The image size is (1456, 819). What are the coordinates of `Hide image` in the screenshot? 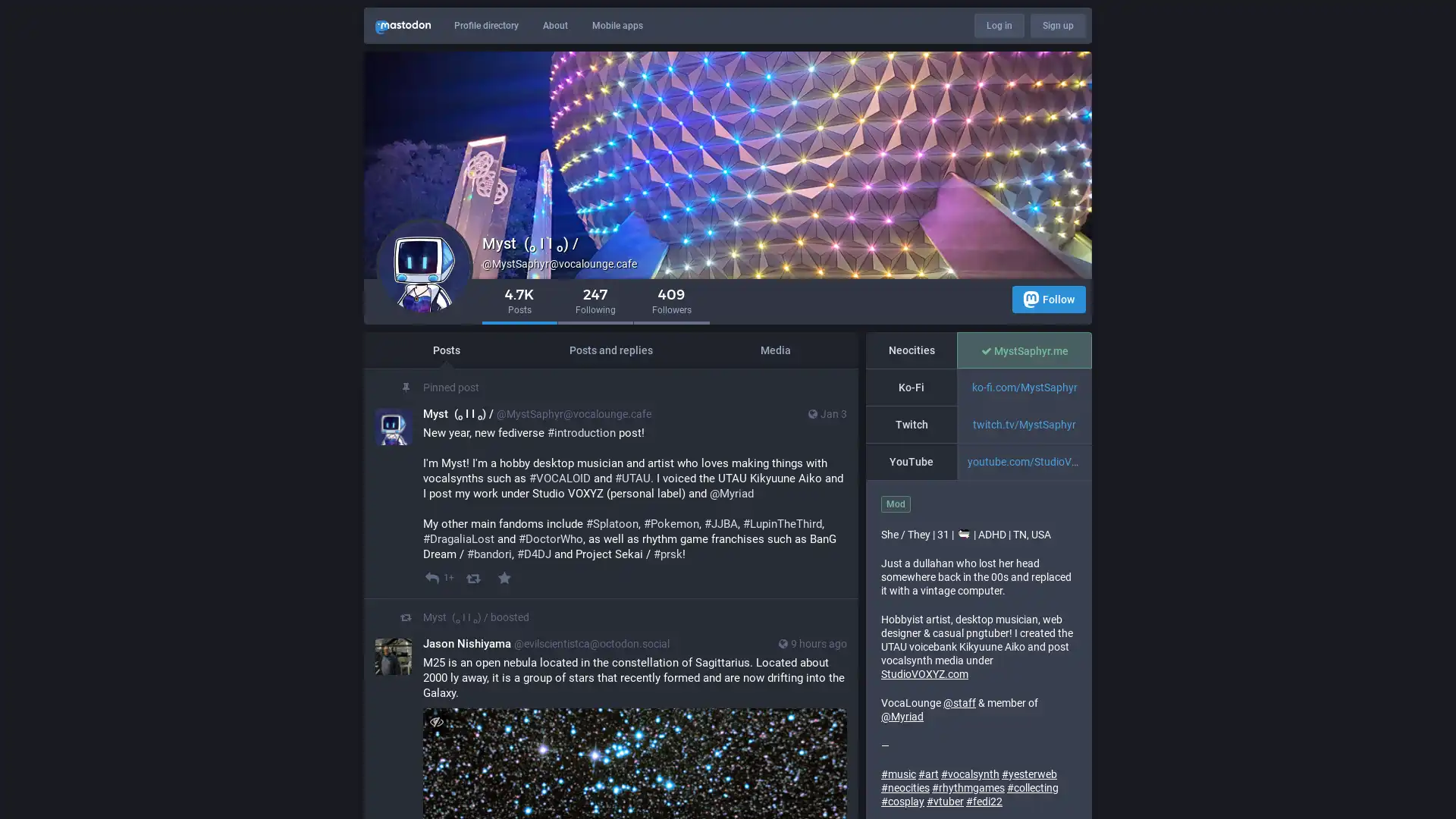 It's located at (435, 720).